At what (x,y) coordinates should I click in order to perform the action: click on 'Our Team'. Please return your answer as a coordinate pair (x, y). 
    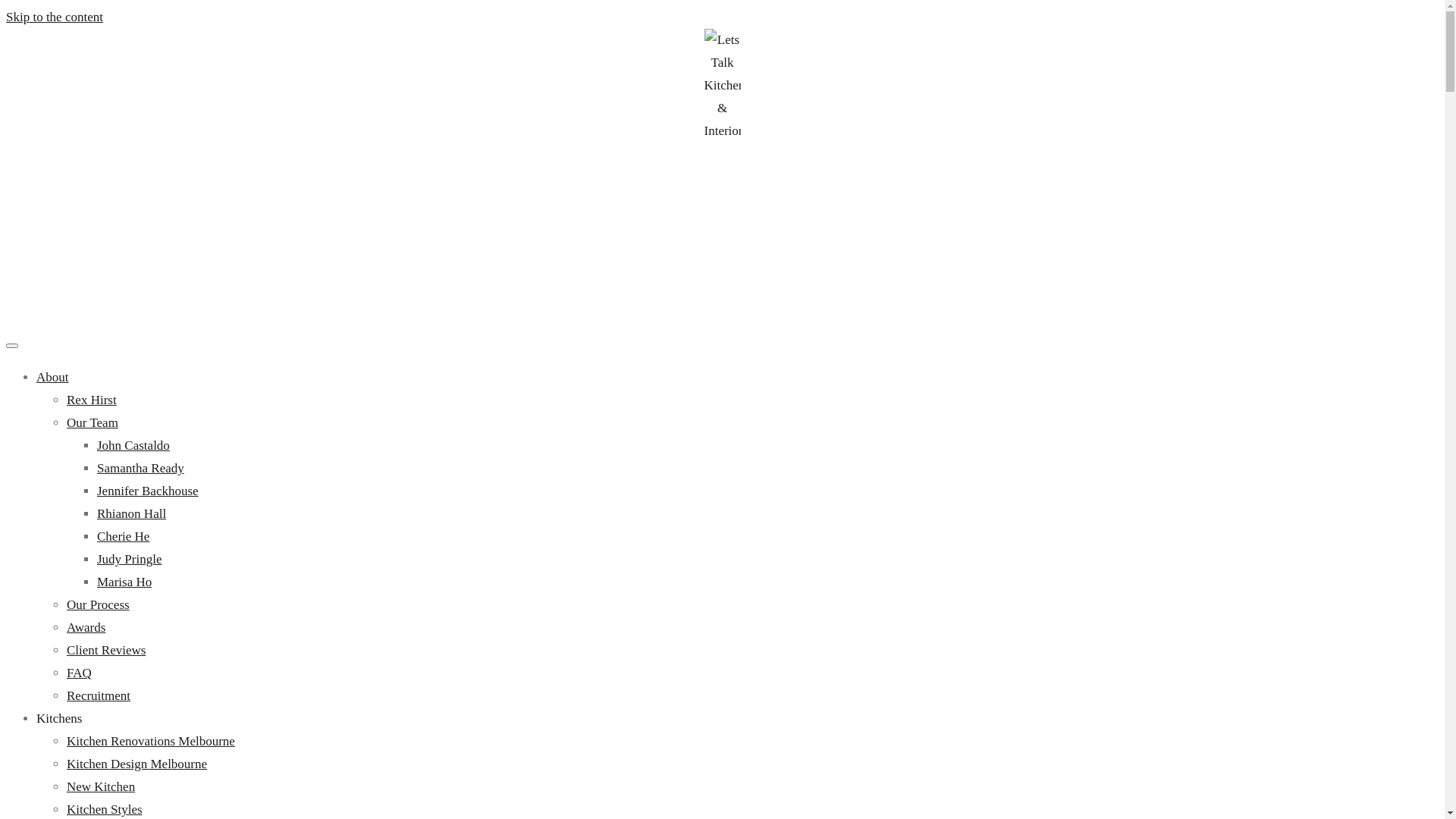
    Looking at the image, I should click on (91, 422).